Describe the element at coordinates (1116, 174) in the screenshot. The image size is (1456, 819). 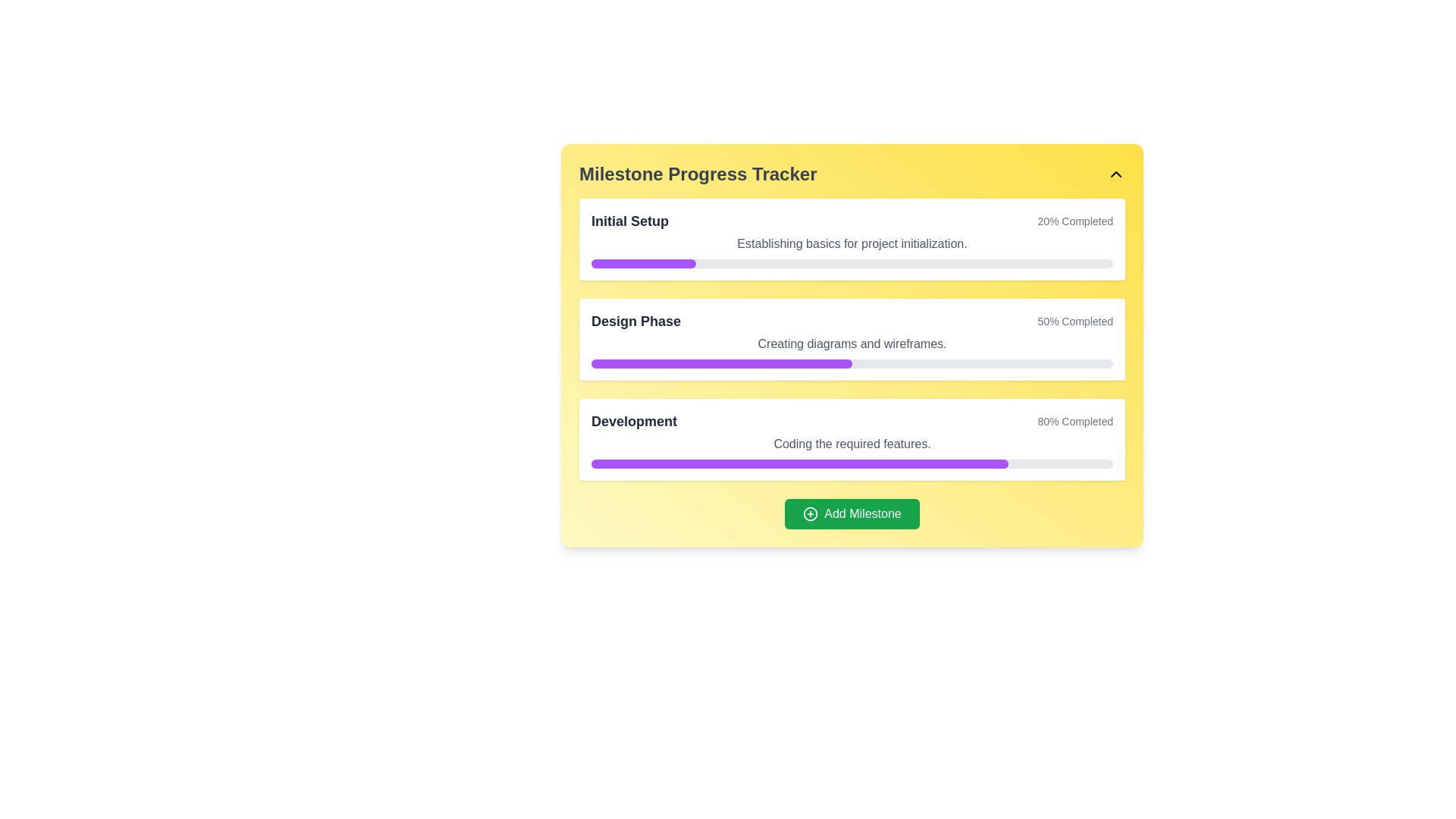
I see `the upward-pointing chevron button with a black outline on a yellow background located in the top-right corner of the 'Milestone Progress Tracker' header bar` at that location.